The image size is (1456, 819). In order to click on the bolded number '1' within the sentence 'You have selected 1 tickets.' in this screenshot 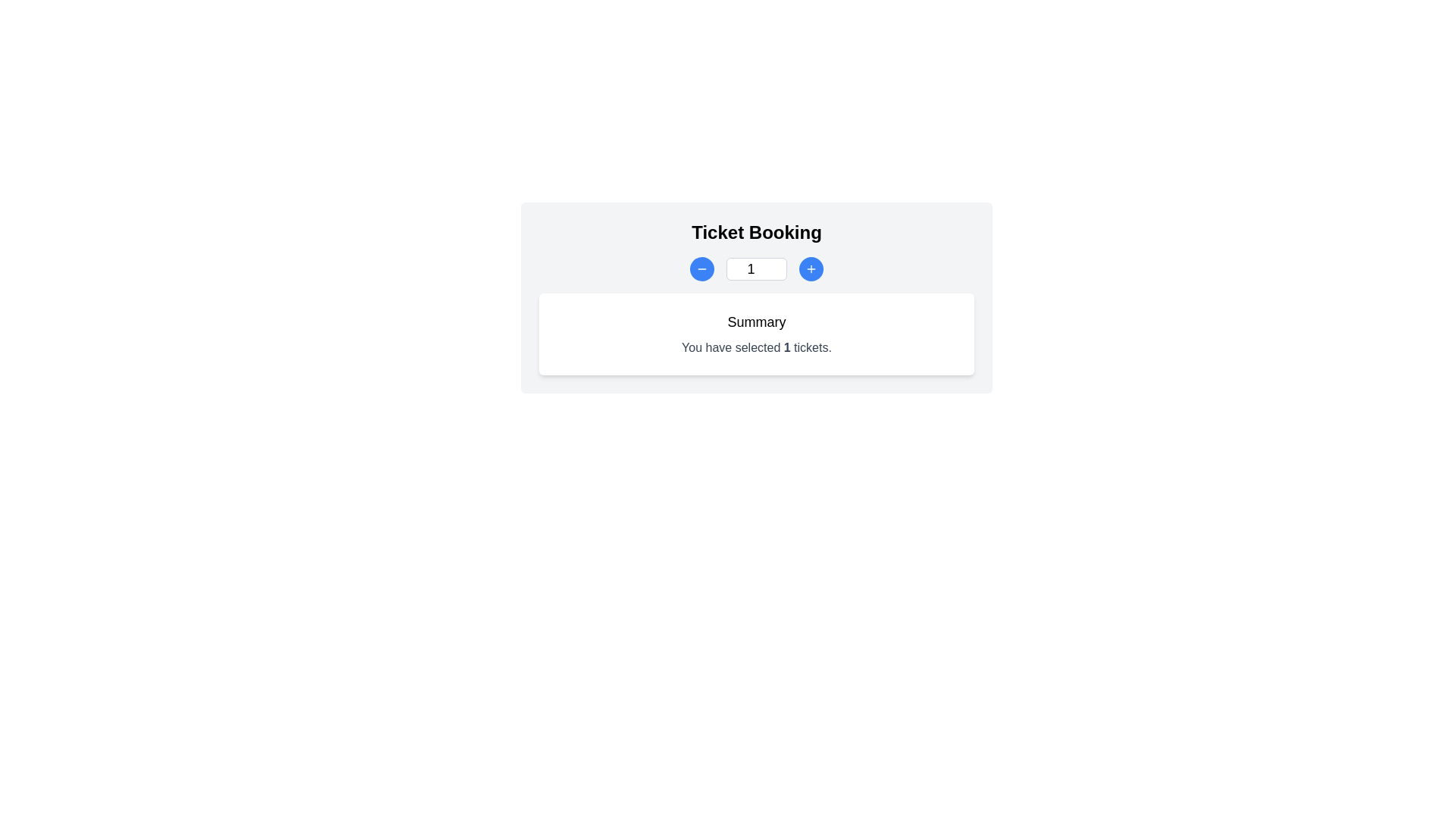, I will do `click(787, 347)`.